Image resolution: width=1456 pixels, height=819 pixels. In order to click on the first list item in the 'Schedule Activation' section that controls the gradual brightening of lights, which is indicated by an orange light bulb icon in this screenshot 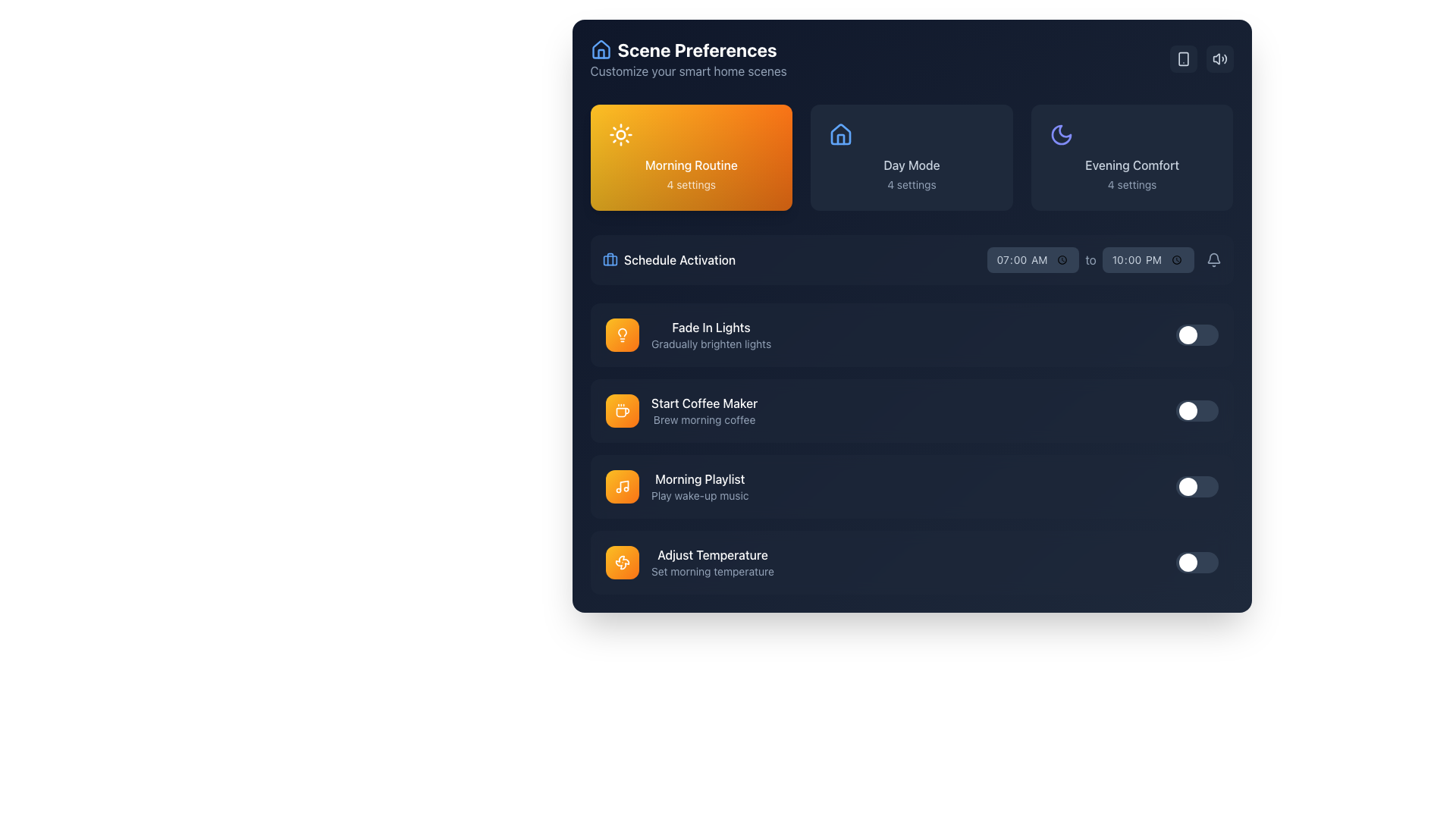, I will do `click(710, 334)`.